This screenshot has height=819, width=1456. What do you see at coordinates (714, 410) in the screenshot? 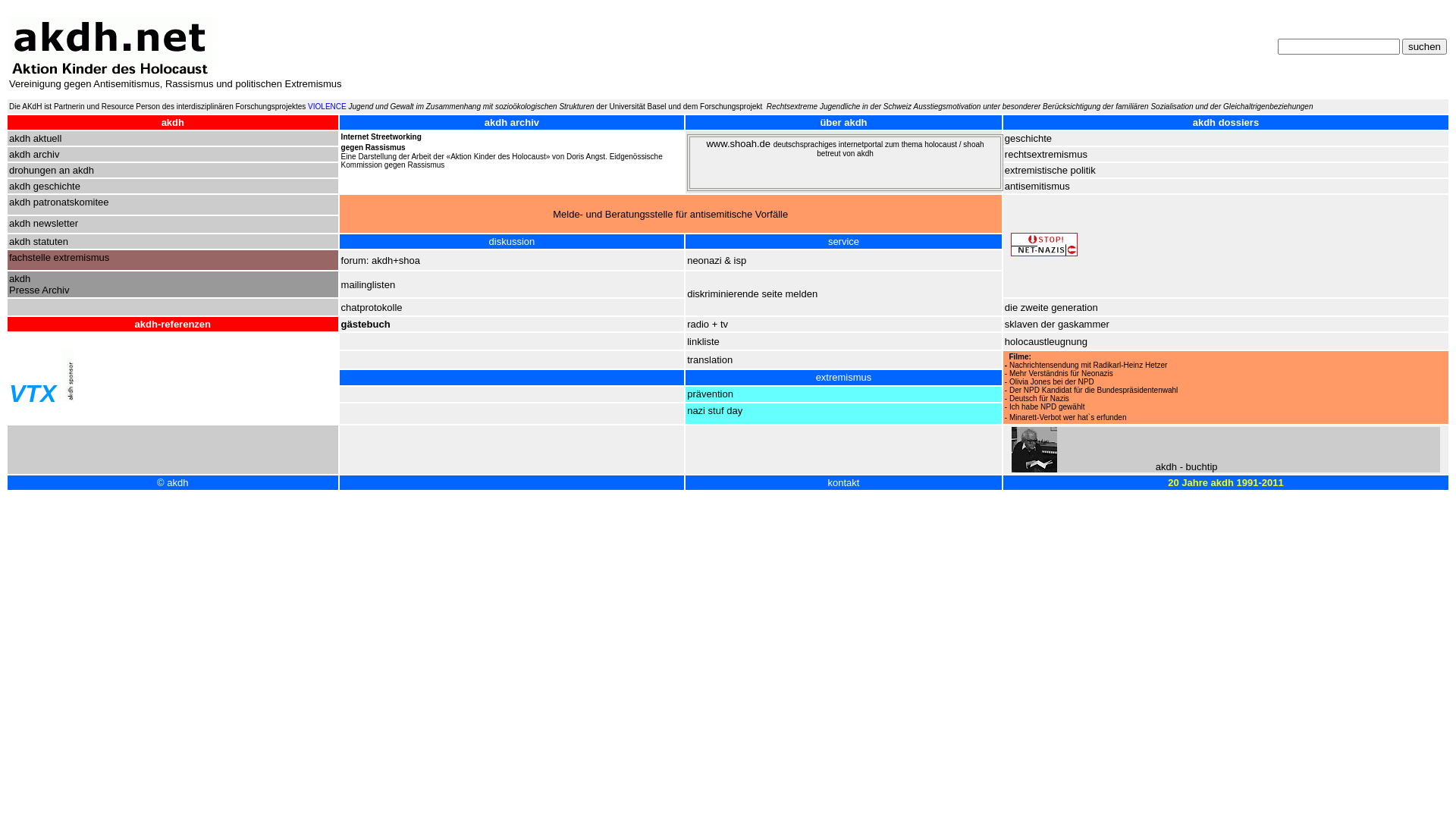
I see `'nazi stuf day'` at bounding box center [714, 410].